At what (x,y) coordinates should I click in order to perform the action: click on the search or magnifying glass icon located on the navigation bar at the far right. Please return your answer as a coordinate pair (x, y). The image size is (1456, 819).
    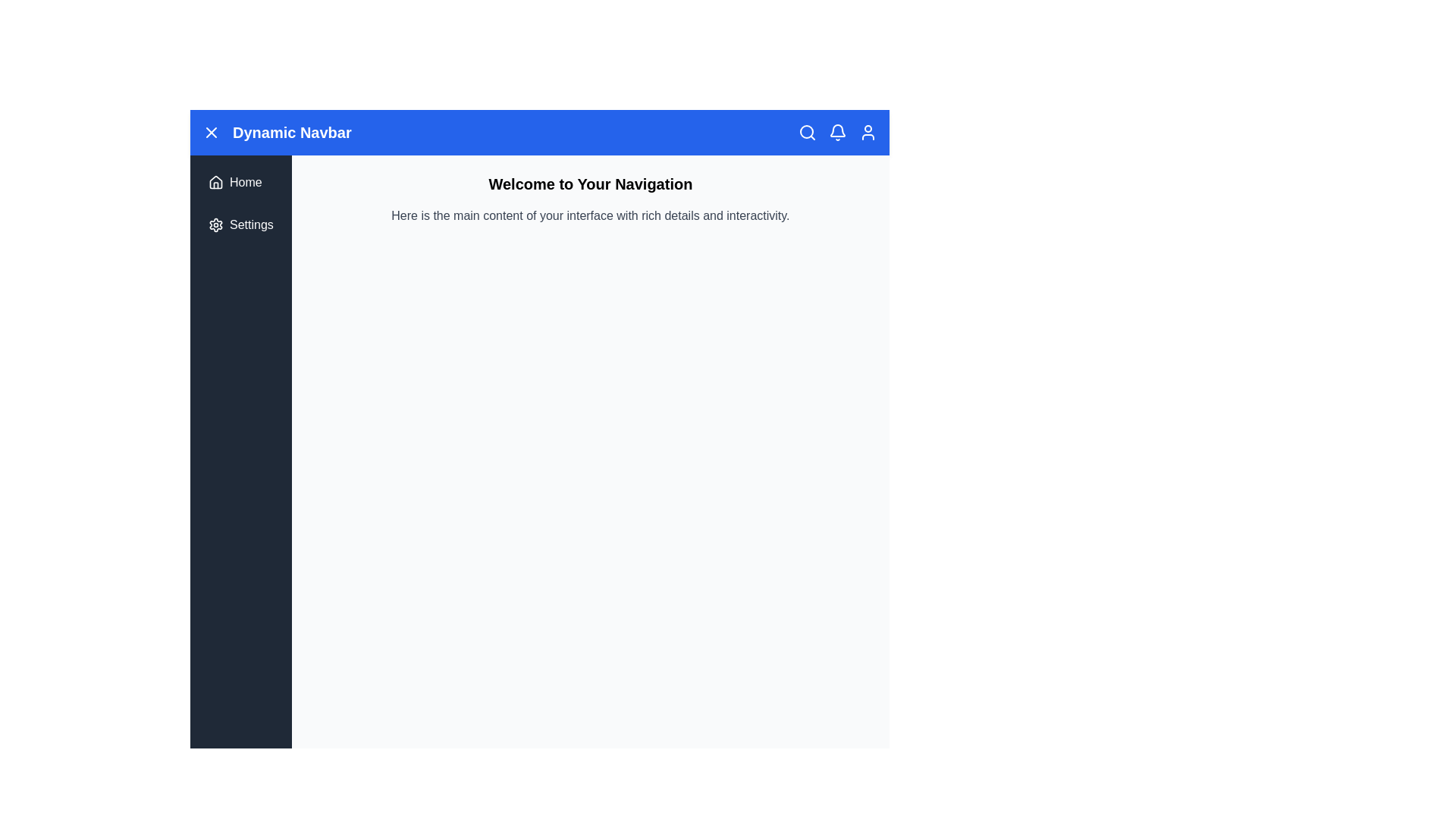
    Looking at the image, I should click on (806, 130).